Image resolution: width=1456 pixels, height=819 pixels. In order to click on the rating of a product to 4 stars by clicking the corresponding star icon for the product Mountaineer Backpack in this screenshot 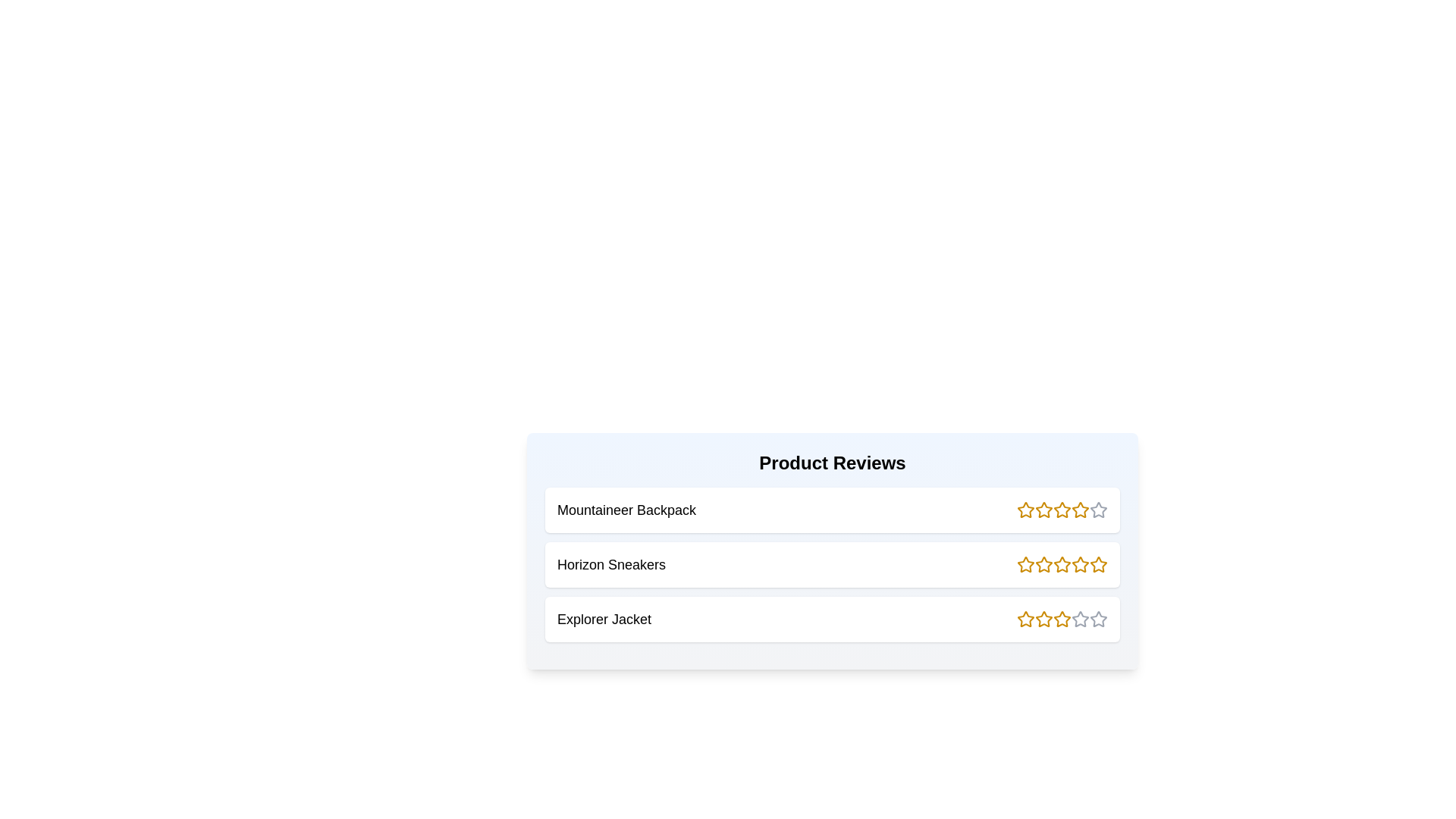, I will do `click(1080, 510)`.